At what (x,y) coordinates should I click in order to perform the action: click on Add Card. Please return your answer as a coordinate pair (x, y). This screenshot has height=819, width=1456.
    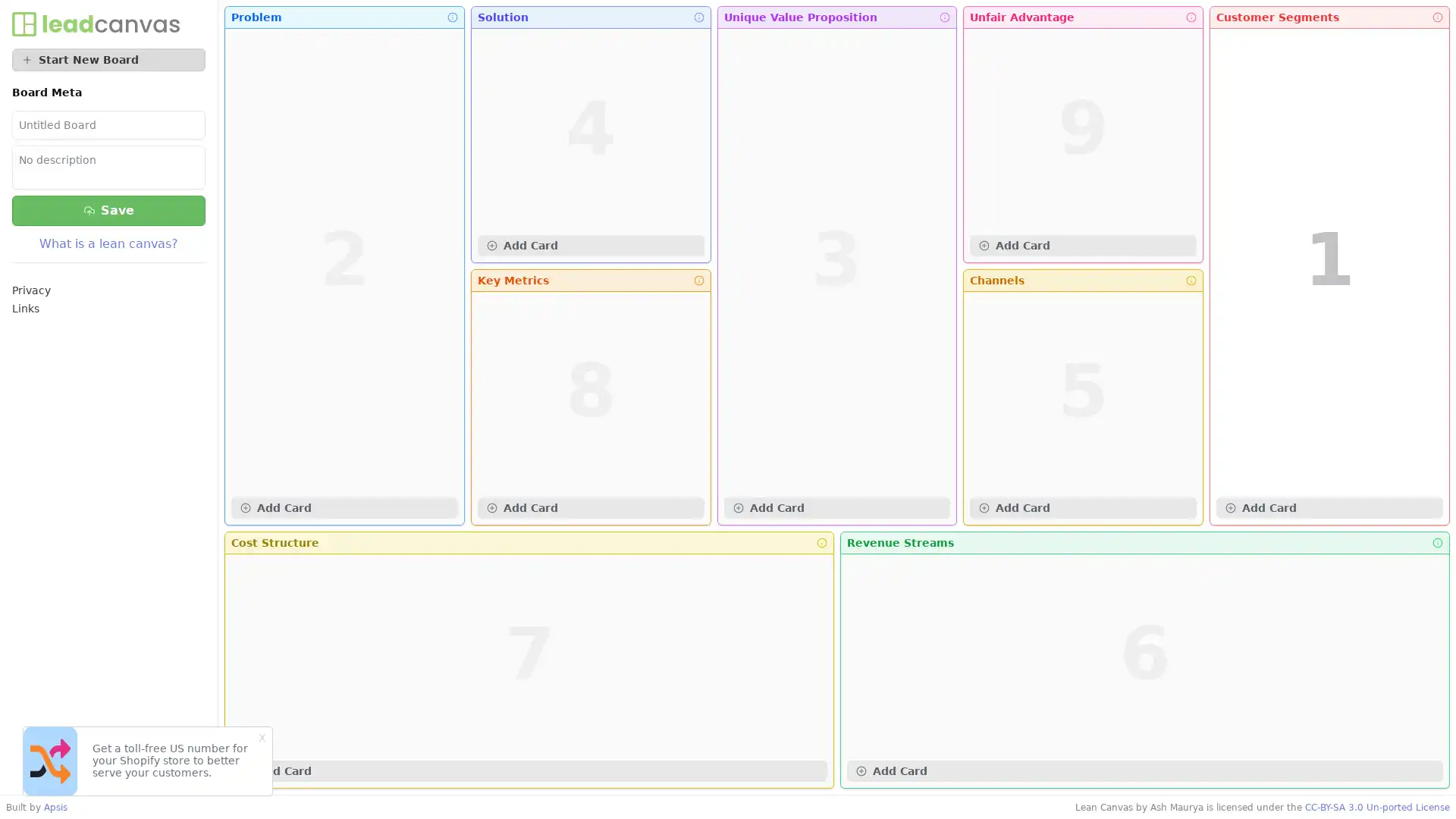
    Looking at the image, I should click on (589, 244).